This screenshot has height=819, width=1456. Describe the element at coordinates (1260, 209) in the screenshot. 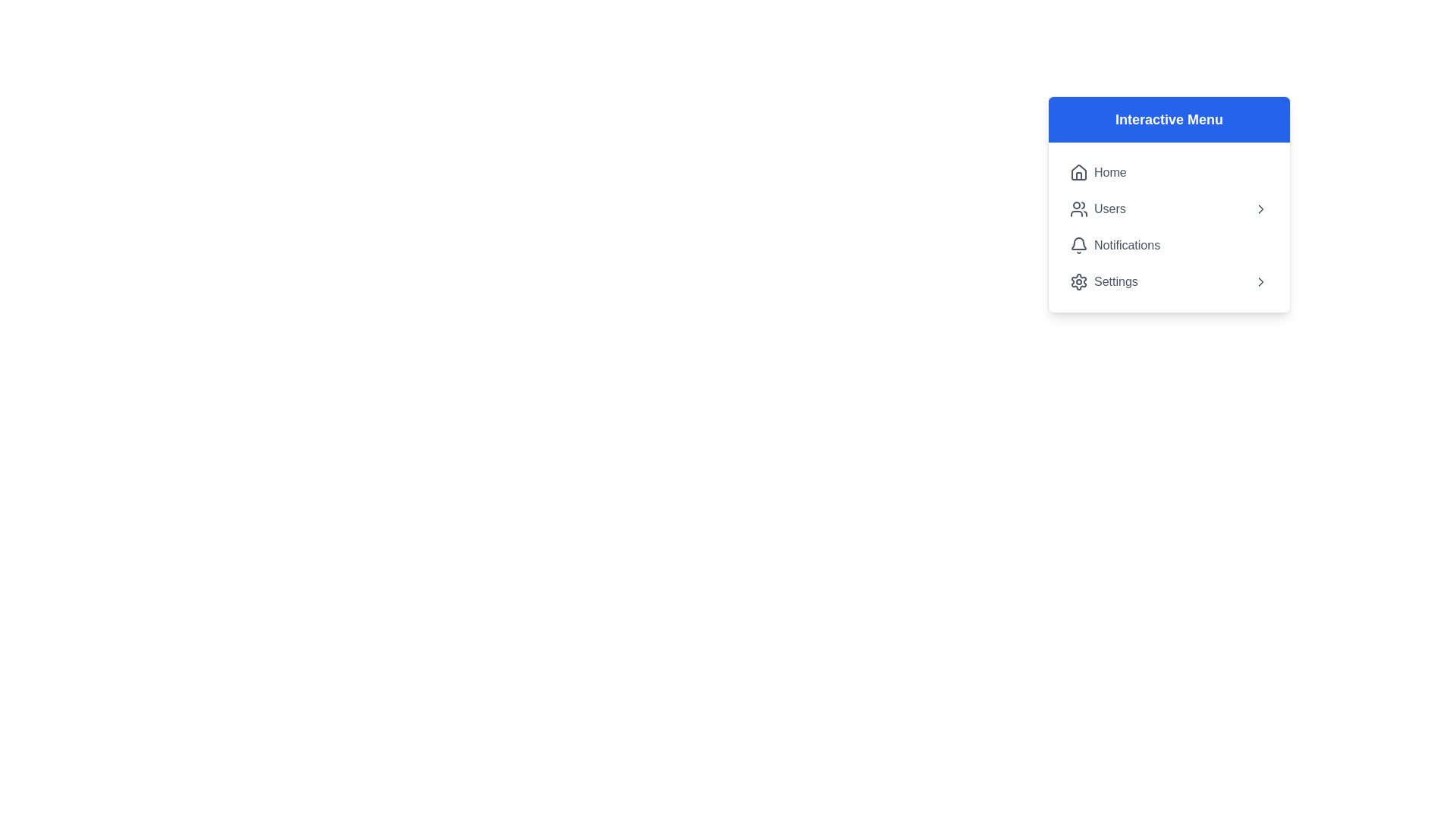

I see `the right-pointing chevron icon located to the far-right of the 'Users' menu item in the interactive menu section` at that location.